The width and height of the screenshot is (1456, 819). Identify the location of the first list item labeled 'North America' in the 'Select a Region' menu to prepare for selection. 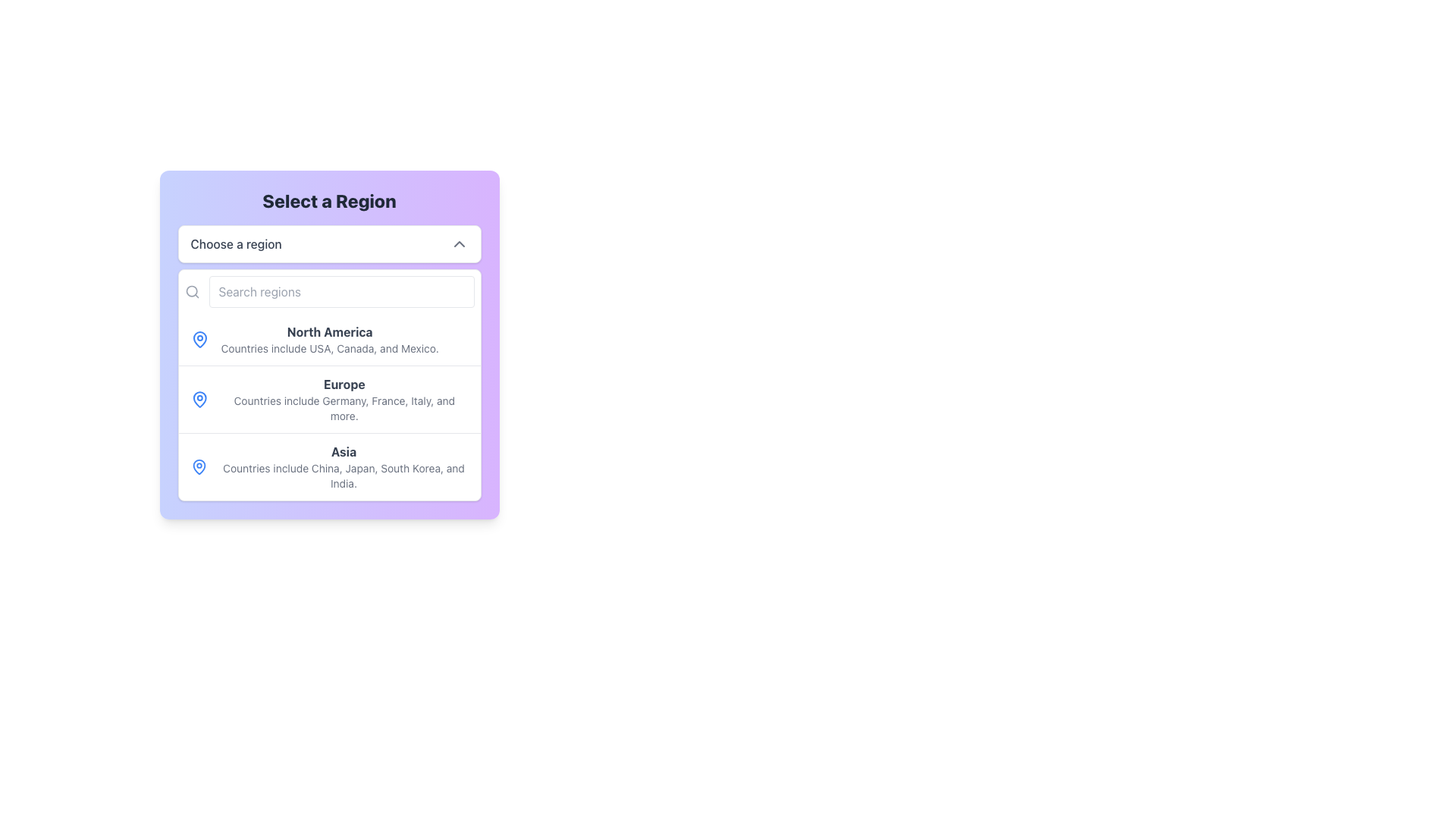
(328, 339).